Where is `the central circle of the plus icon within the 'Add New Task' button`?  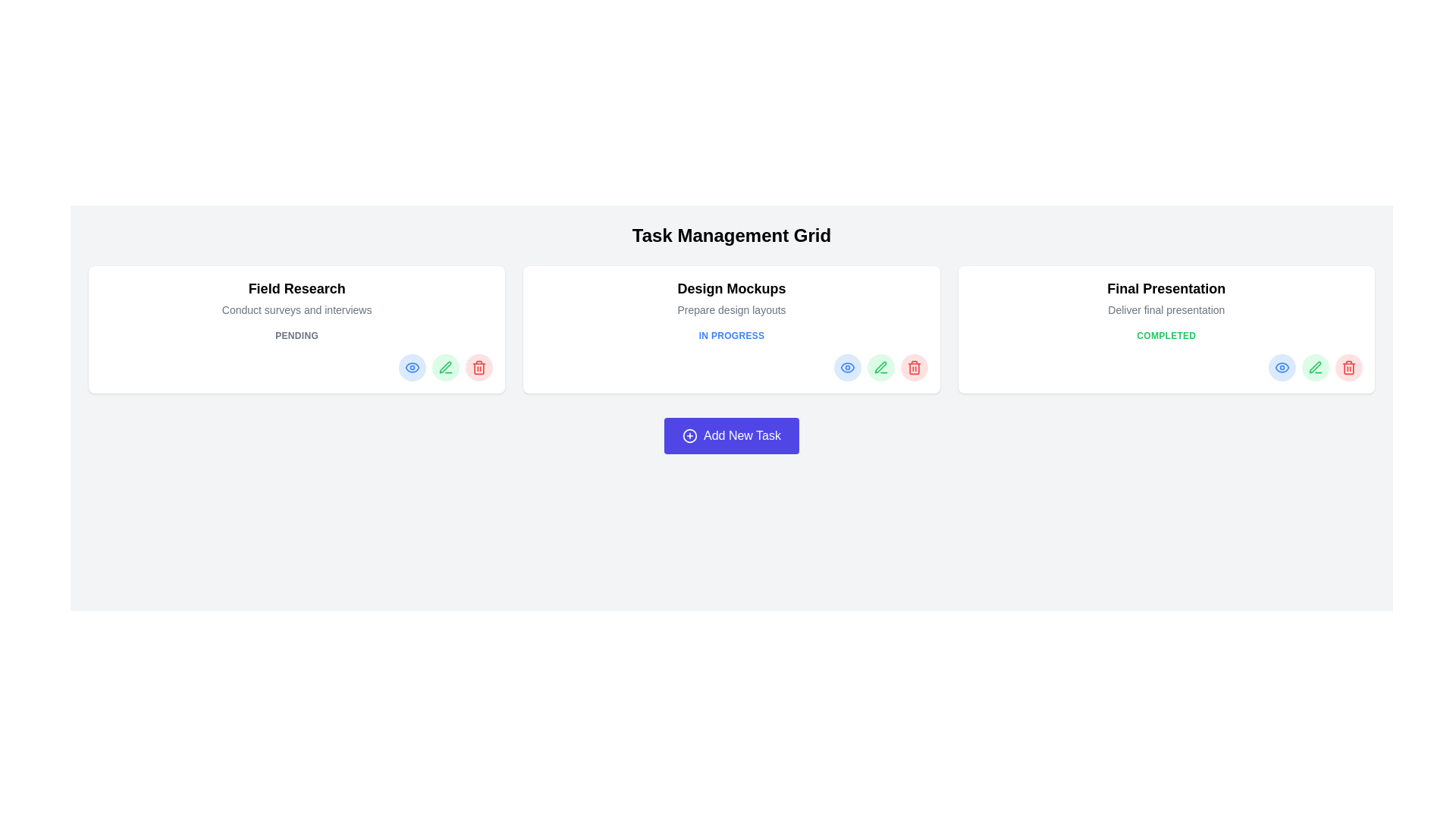 the central circle of the plus icon within the 'Add New Task' button is located at coordinates (689, 435).